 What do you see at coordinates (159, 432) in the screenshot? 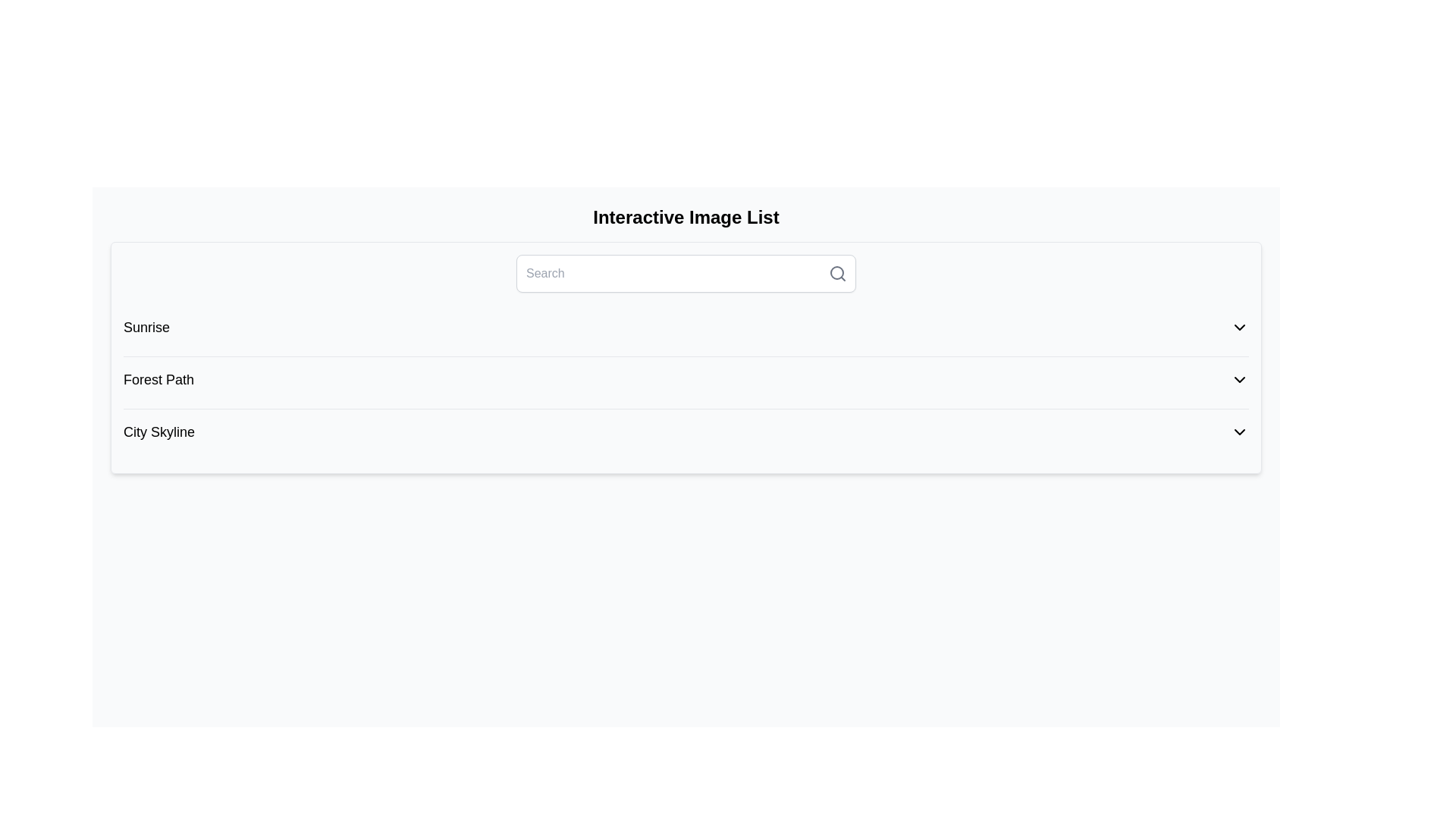
I see `text label for the item 'City Skyline' located in the third position of the vertically stacked list` at bounding box center [159, 432].